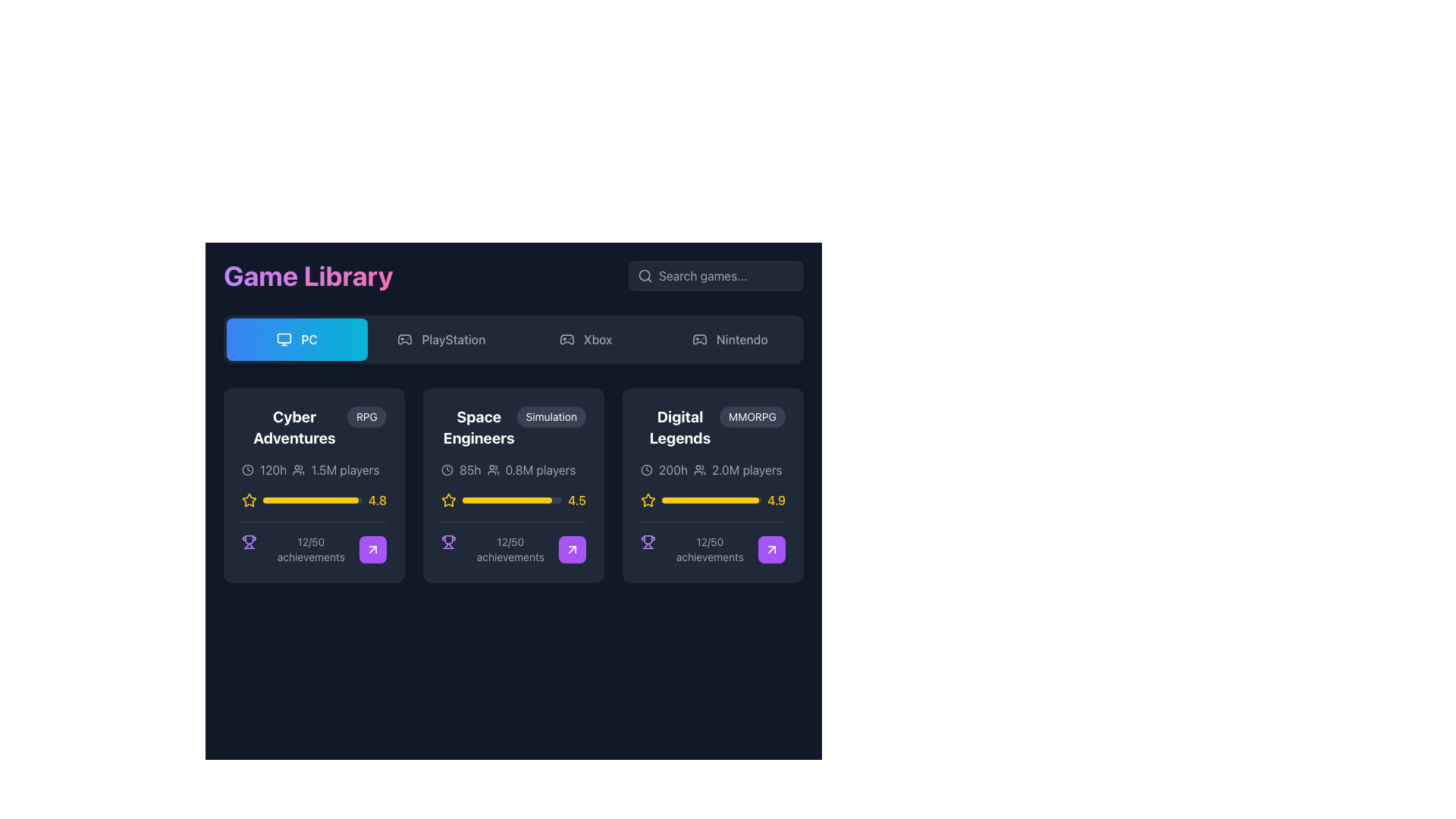 Image resolution: width=1456 pixels, height=819 pixels. What do you see at coordinates (447, 469) in the screenshot?
I see `the time-related metric icon located to the far left of the text '85h' in the second card titled 'Space Engineers'` at bounding box center [447, 469].